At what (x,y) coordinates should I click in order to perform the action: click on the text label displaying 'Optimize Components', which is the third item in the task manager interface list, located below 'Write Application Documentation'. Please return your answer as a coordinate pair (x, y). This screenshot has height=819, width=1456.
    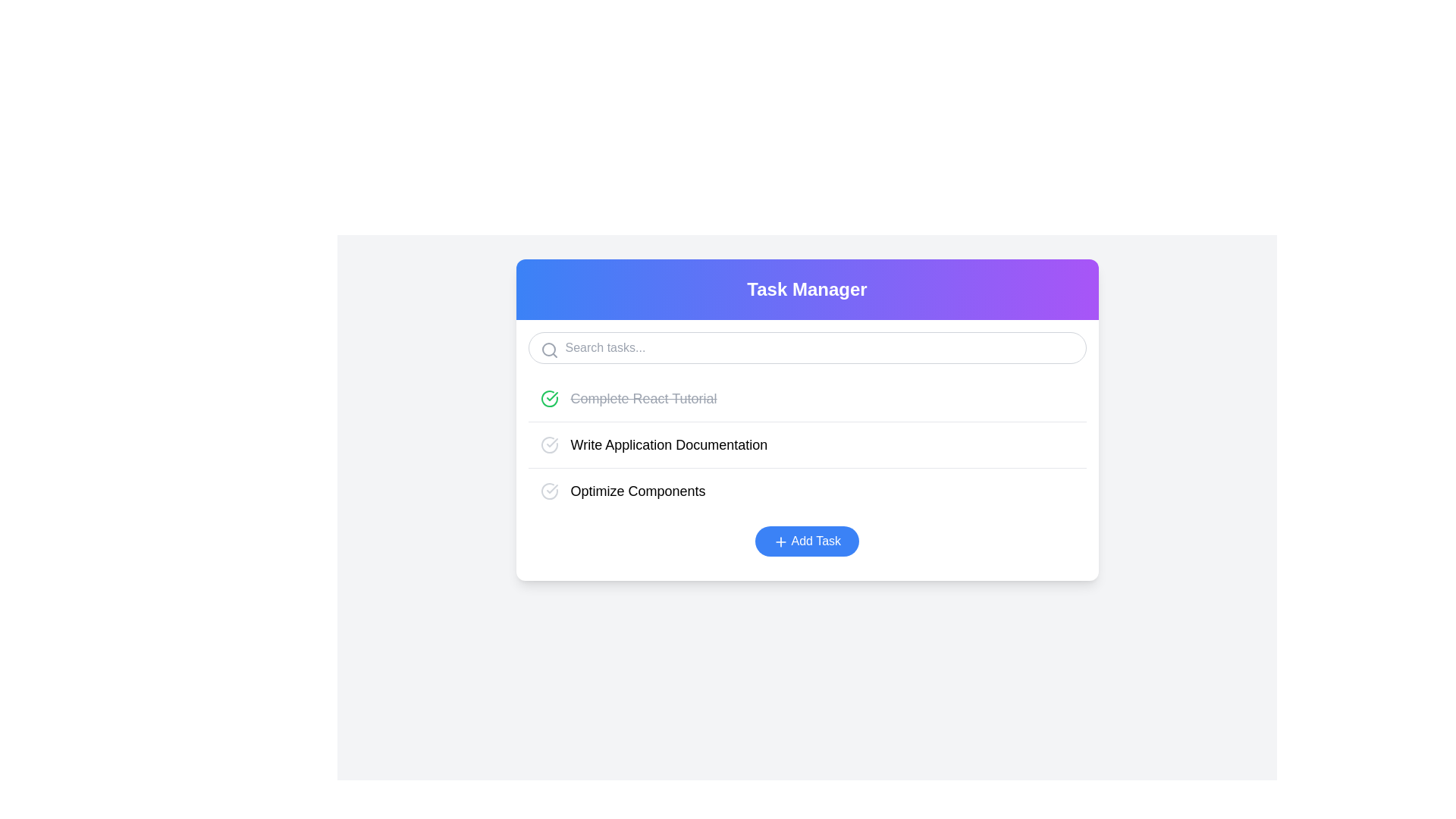
    Looking at the image, I should click on (638, 491).